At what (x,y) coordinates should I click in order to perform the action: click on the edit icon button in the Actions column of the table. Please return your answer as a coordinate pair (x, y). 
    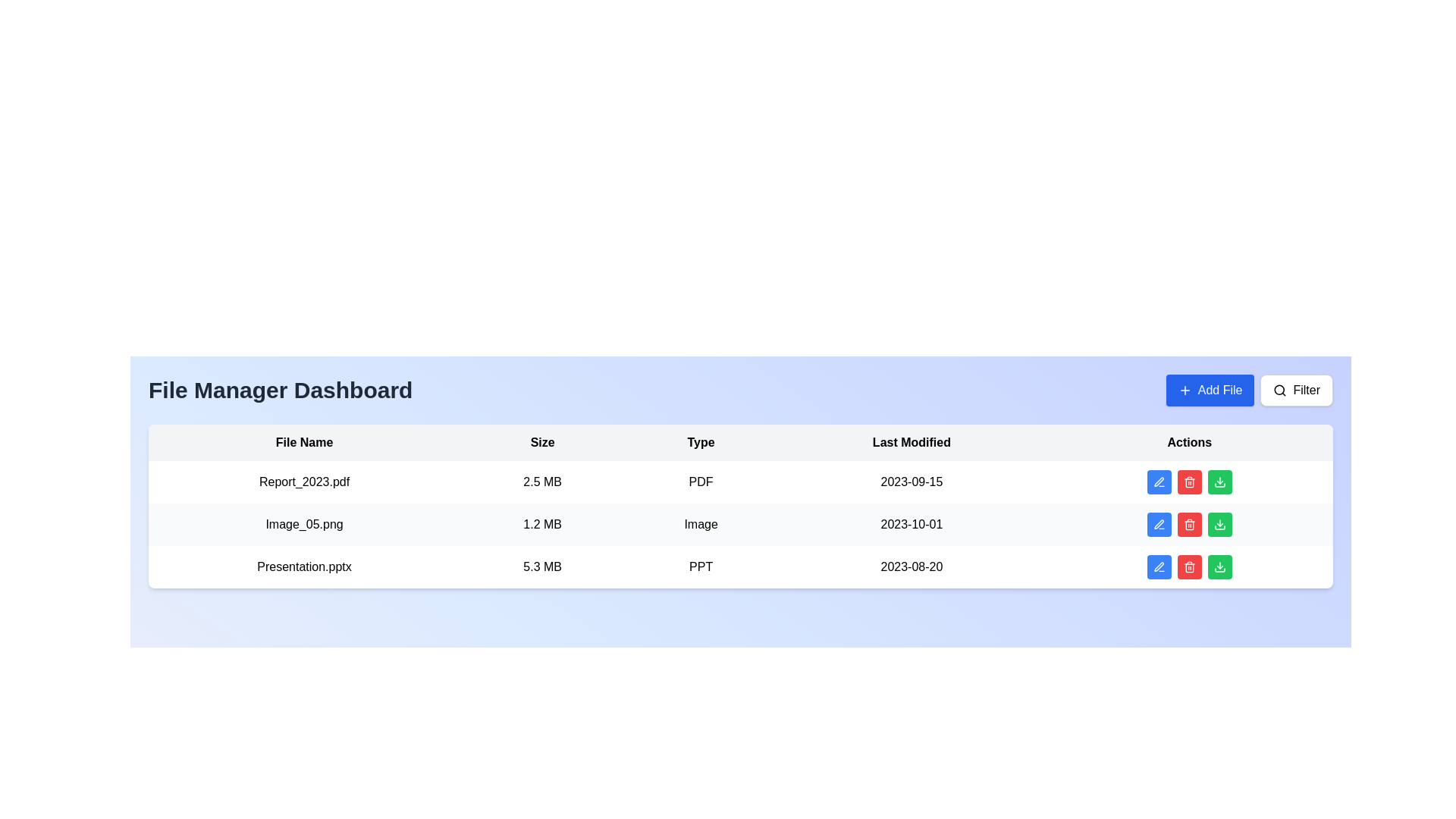
    Looking at the image, I should click on (1158, 567).